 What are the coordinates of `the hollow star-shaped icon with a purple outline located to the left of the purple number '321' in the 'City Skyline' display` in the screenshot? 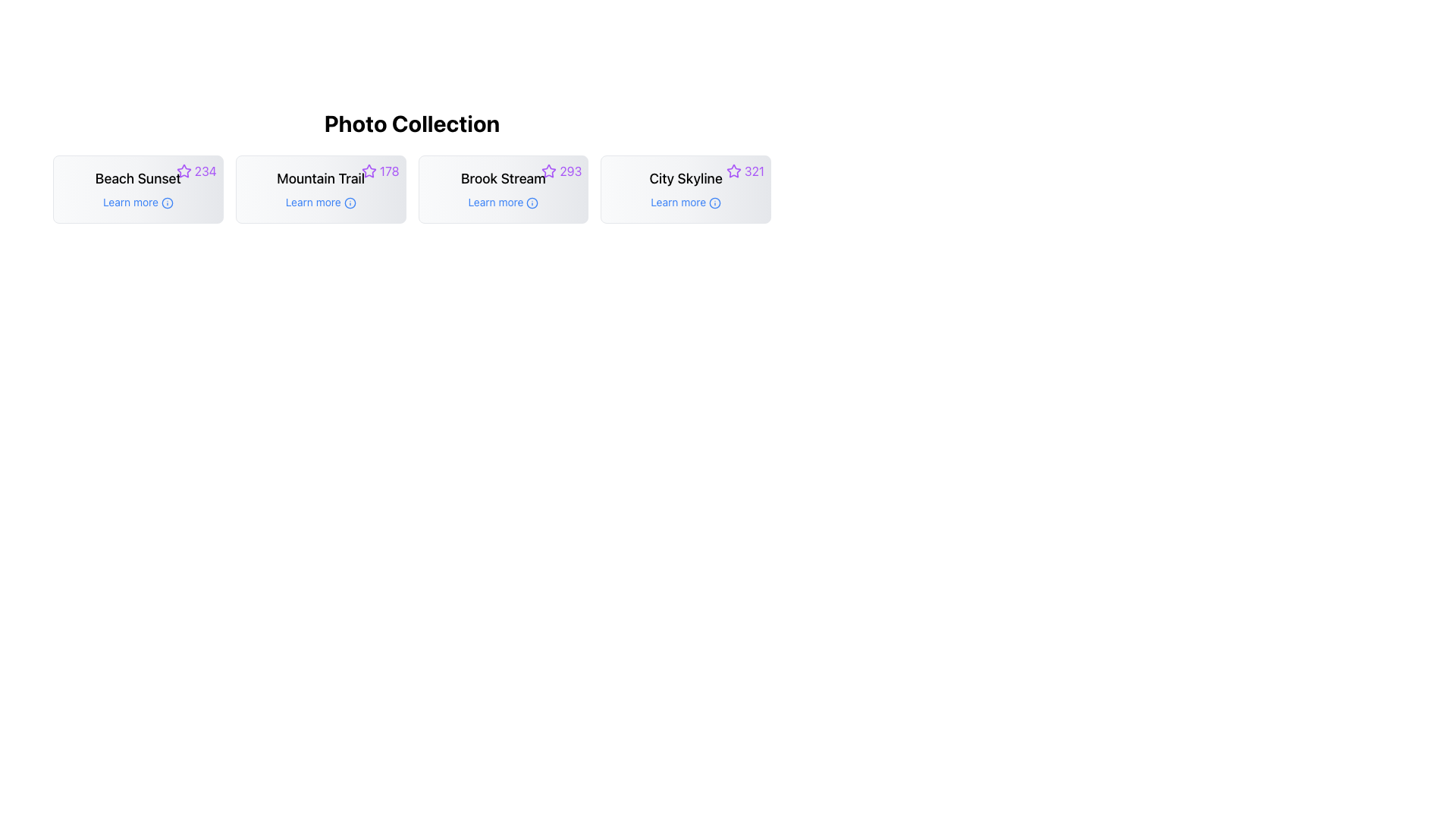 It's located at (733, 171).